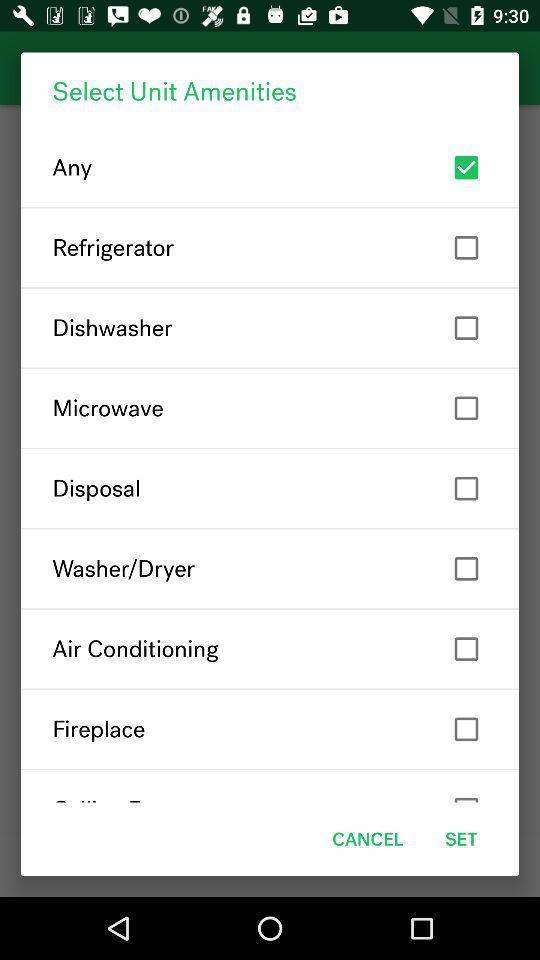 This screenshot has height=960, width=540. I want to click on the item below the dishwasher item, so click(270, 407).